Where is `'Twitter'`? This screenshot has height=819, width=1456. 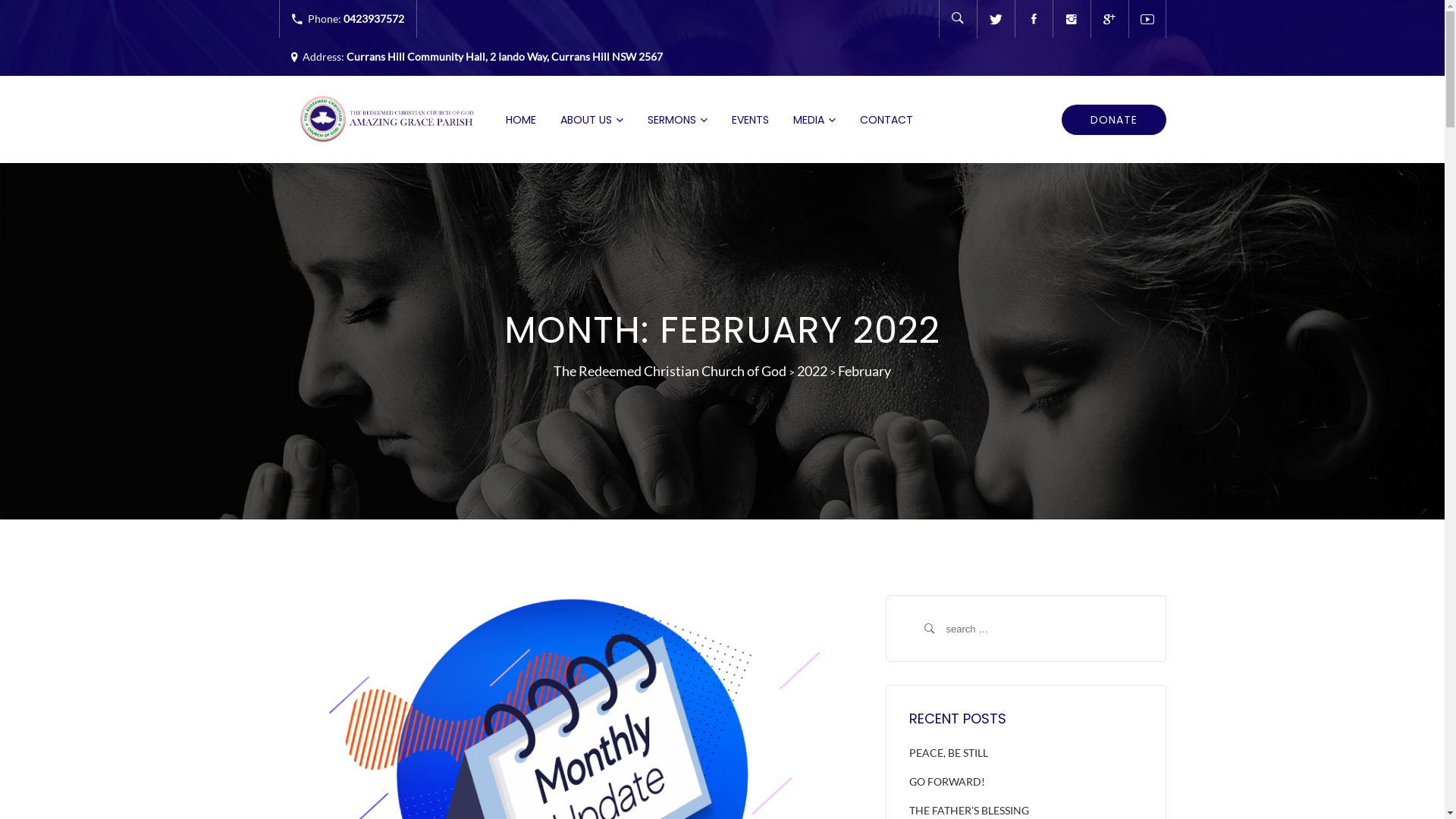 'Twitter' is located at coordinates (996, 18).